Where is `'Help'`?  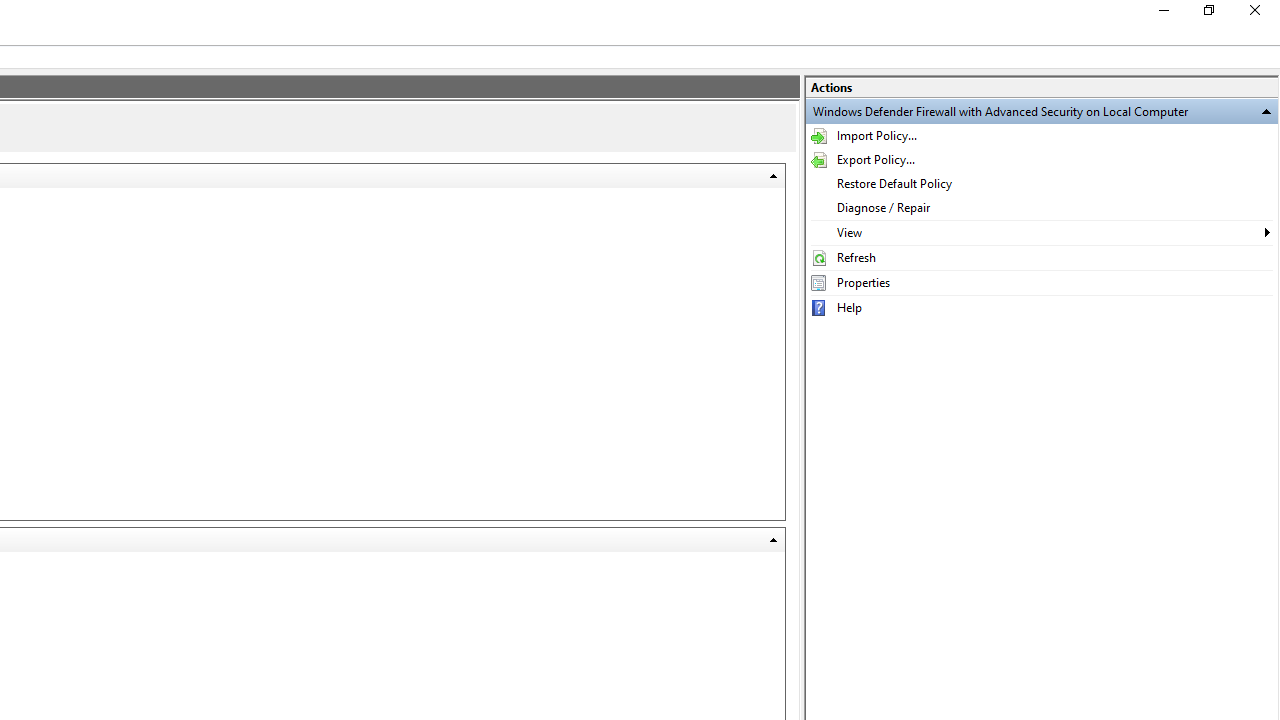
'Help' is located at coordinates (1040, 307).